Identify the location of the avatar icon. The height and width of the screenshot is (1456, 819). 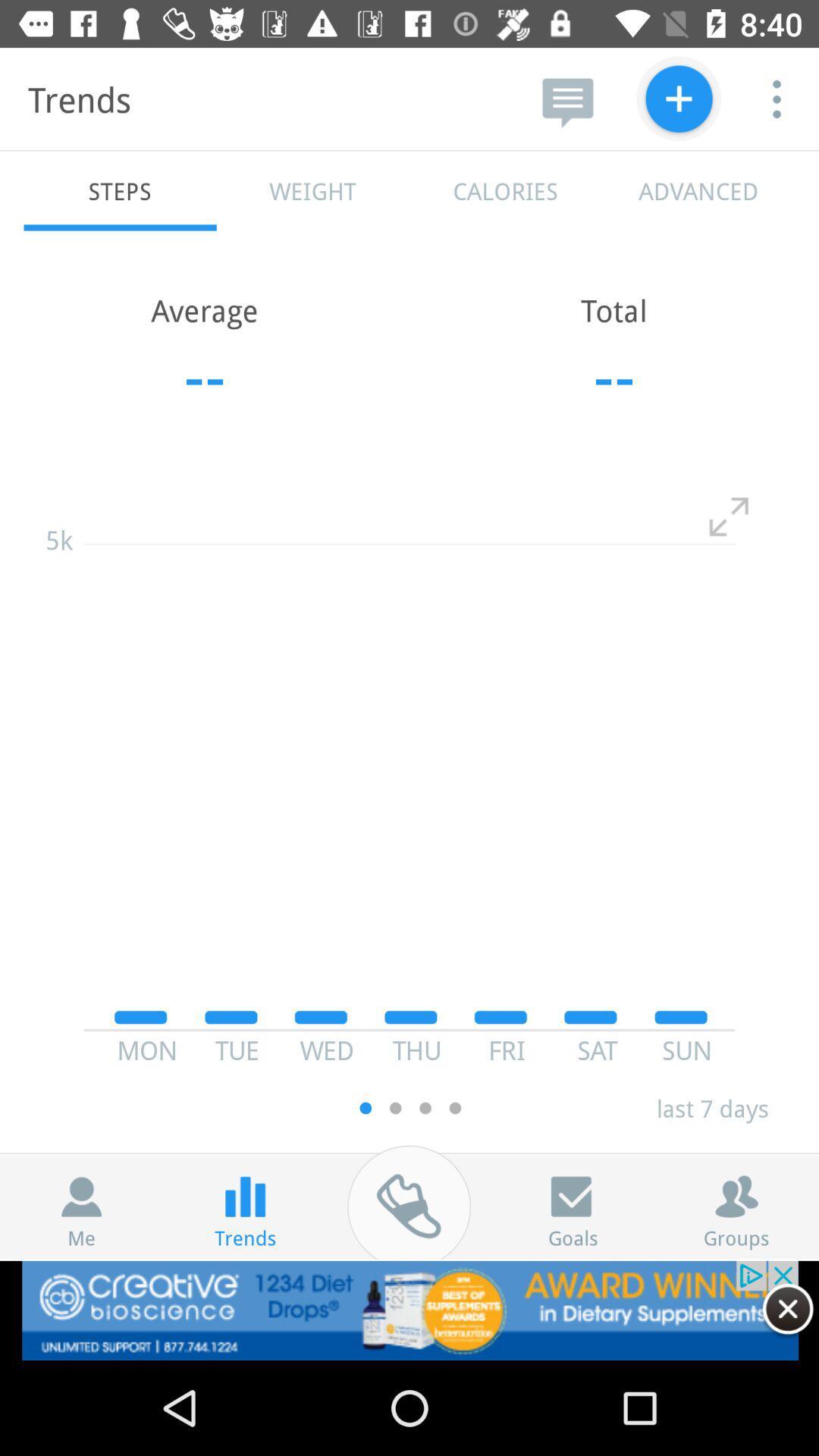
(81, 1196).